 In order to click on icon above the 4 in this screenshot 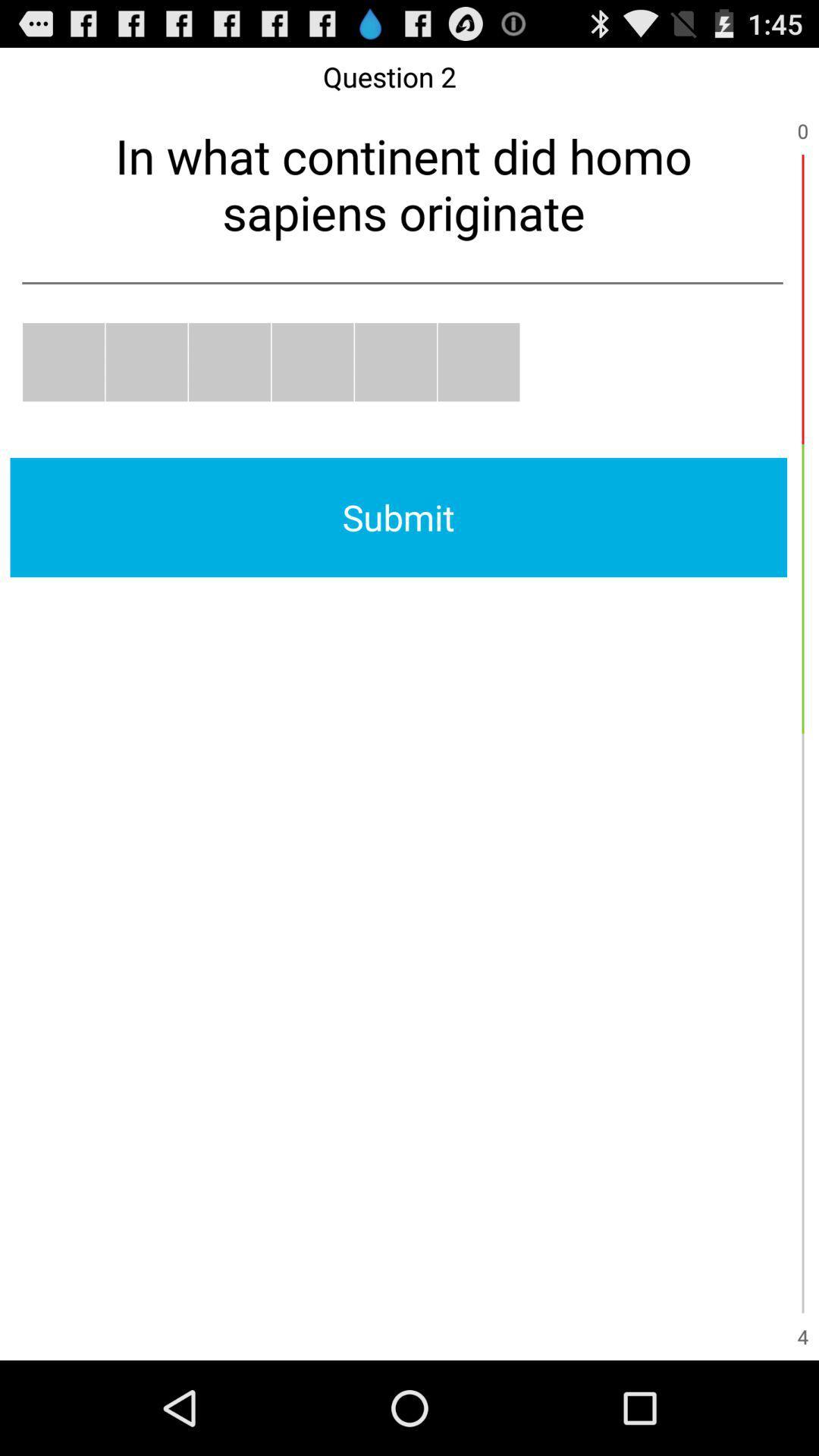, I will do `click(802, 1167)`.